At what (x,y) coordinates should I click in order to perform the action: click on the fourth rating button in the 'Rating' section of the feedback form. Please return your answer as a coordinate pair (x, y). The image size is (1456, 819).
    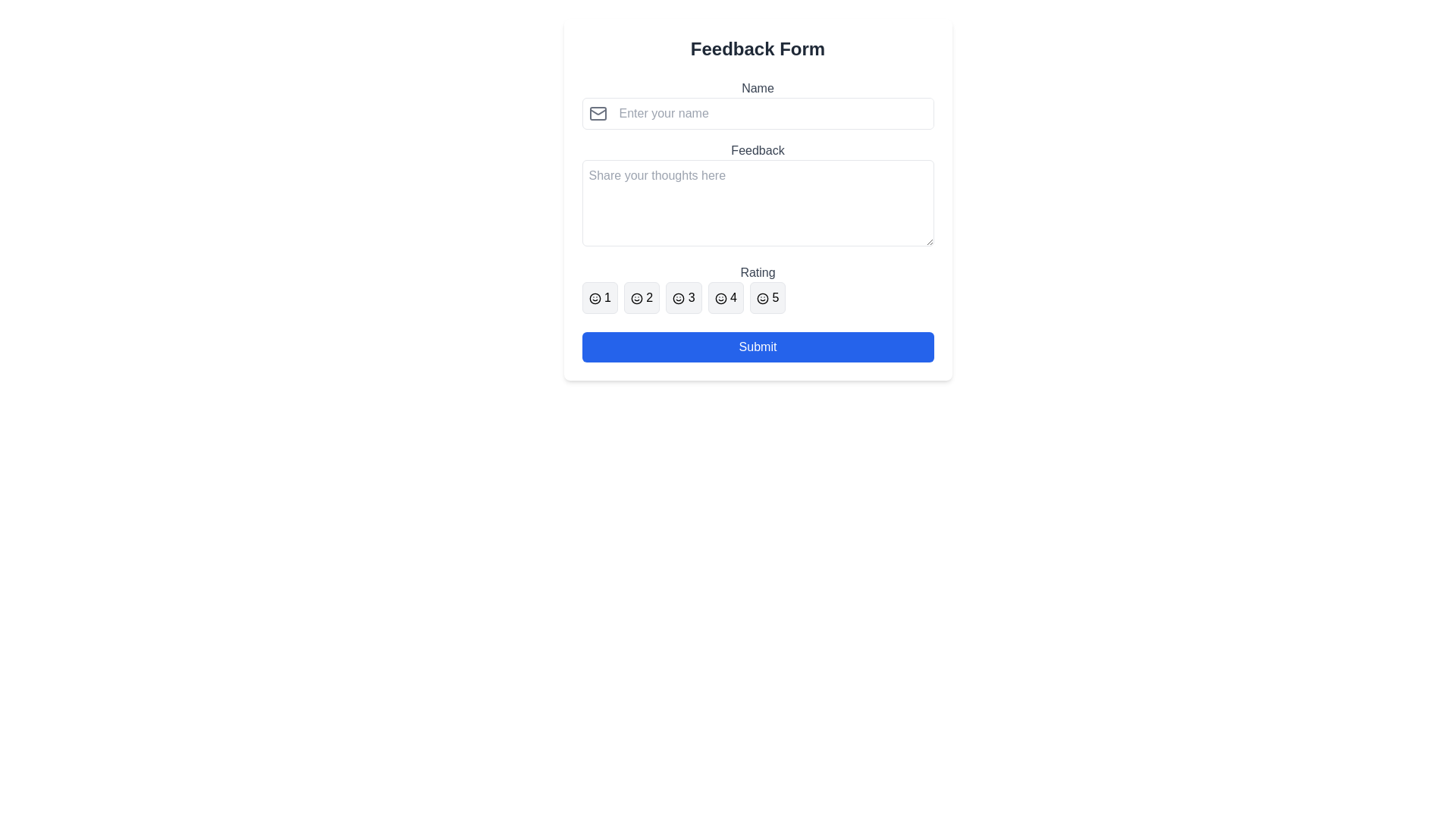
    Looking at the image, I should click on (725, 298).